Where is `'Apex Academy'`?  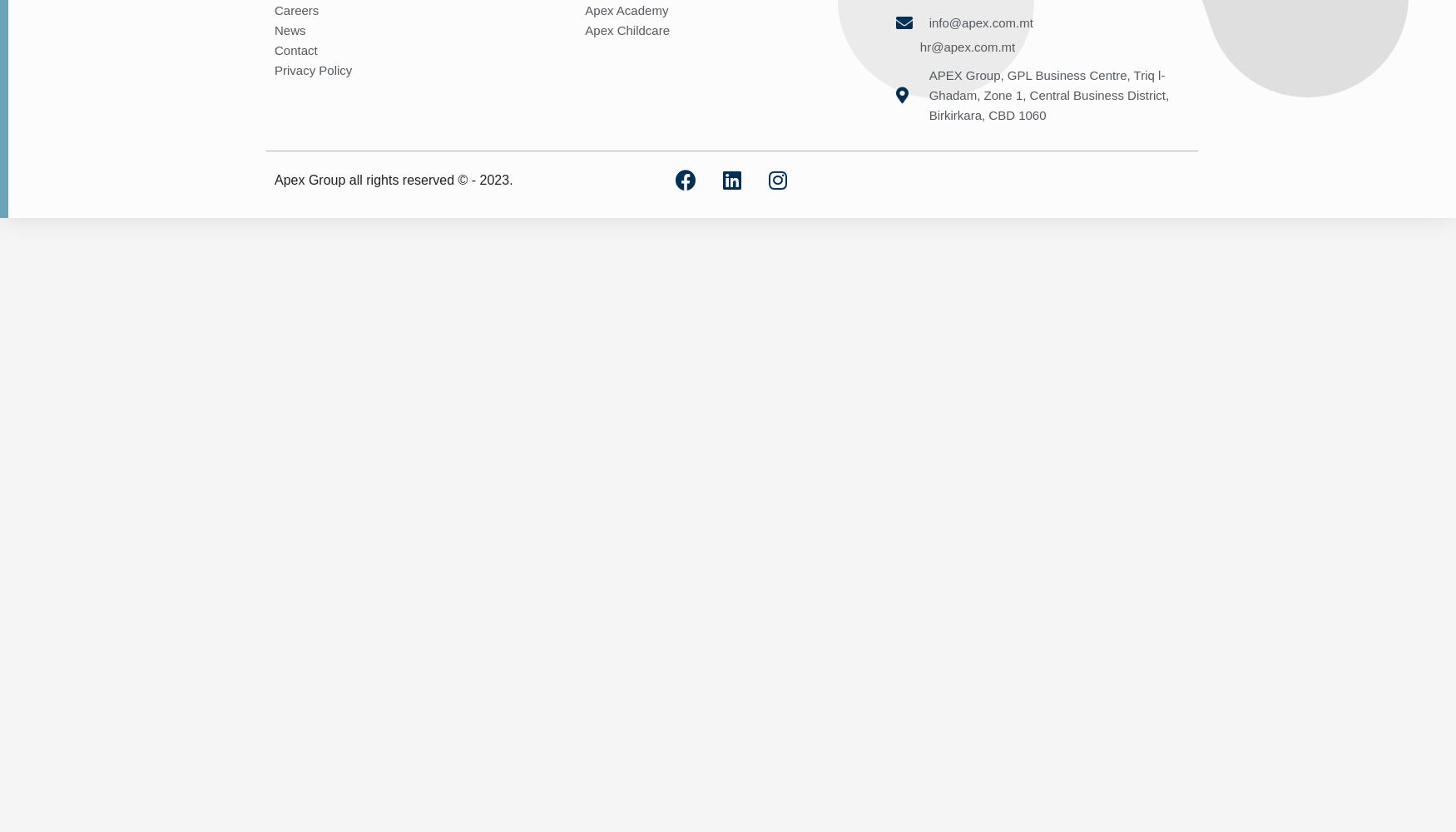
'Apex Academy' is located at coordinates (626, 9).